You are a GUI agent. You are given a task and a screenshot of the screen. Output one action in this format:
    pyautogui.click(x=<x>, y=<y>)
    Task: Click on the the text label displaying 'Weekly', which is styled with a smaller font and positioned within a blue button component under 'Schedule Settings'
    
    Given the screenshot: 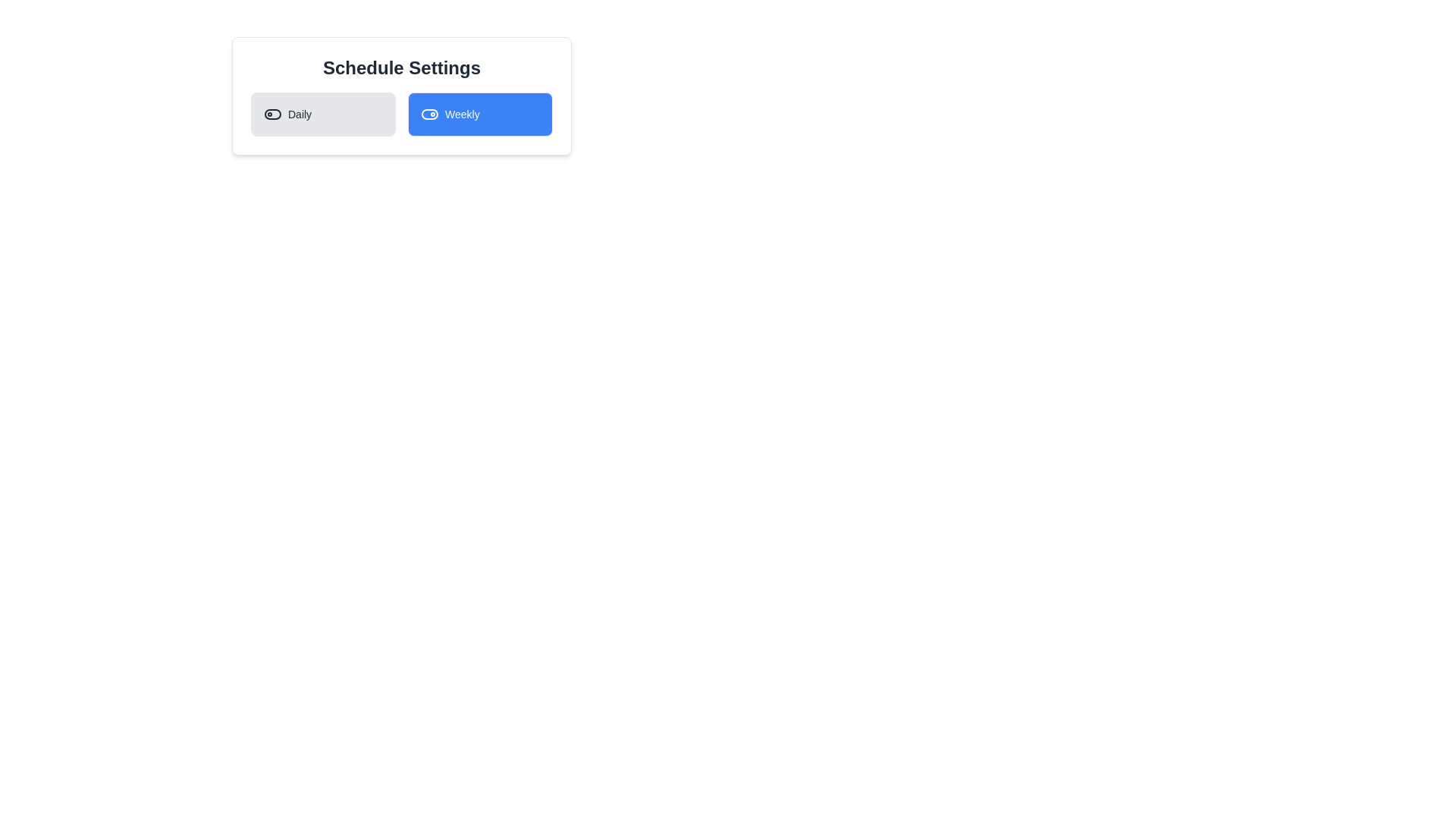 What is the action you would take?
    pyautogui.click(x=461, y=113)
    